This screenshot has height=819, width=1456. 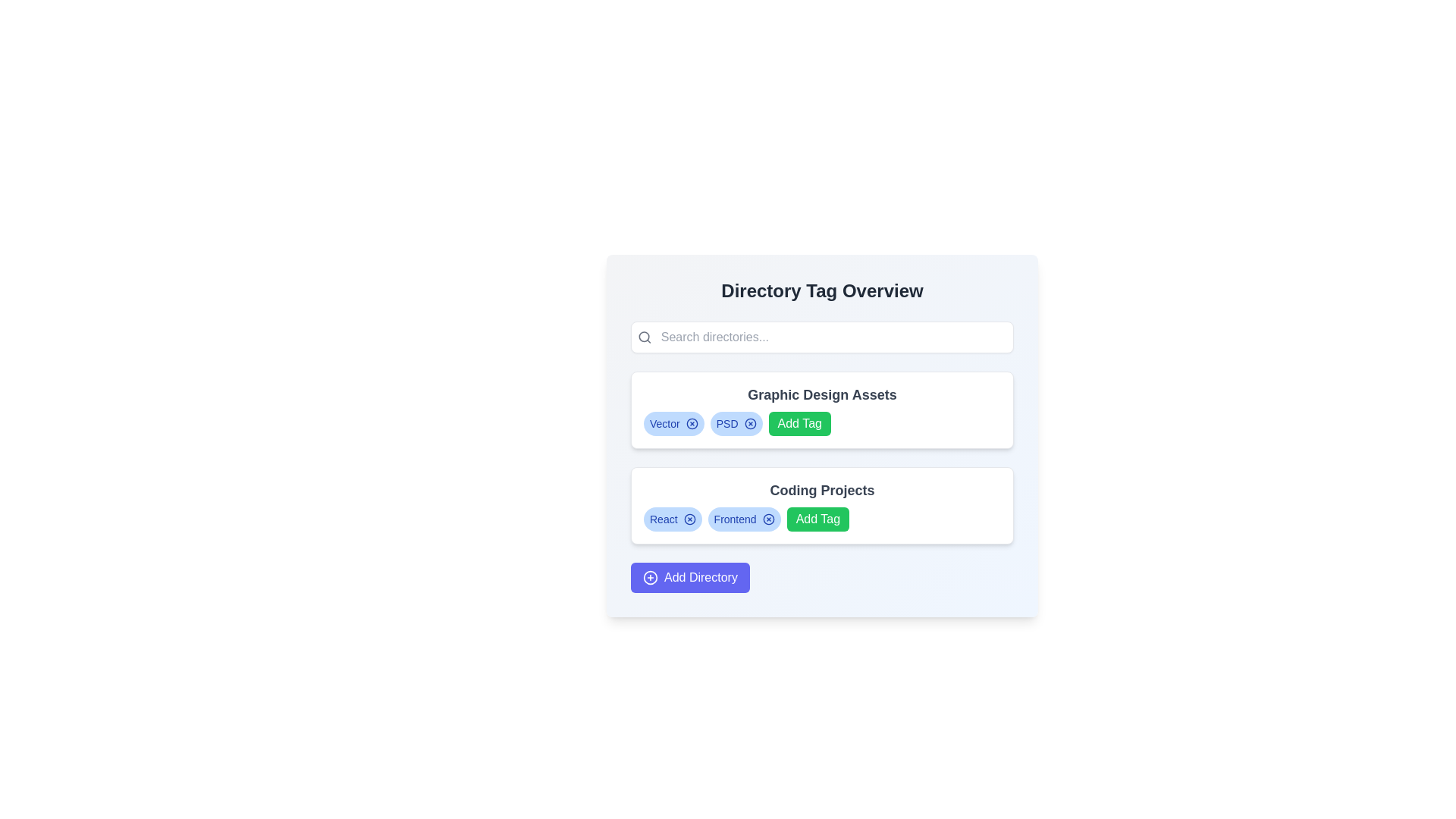 I want to click on text of the heading displaying 'Directory Tag Overview', which is a prominent bold text in dark gray color at the top of its card component, so click(x=821, y=291).